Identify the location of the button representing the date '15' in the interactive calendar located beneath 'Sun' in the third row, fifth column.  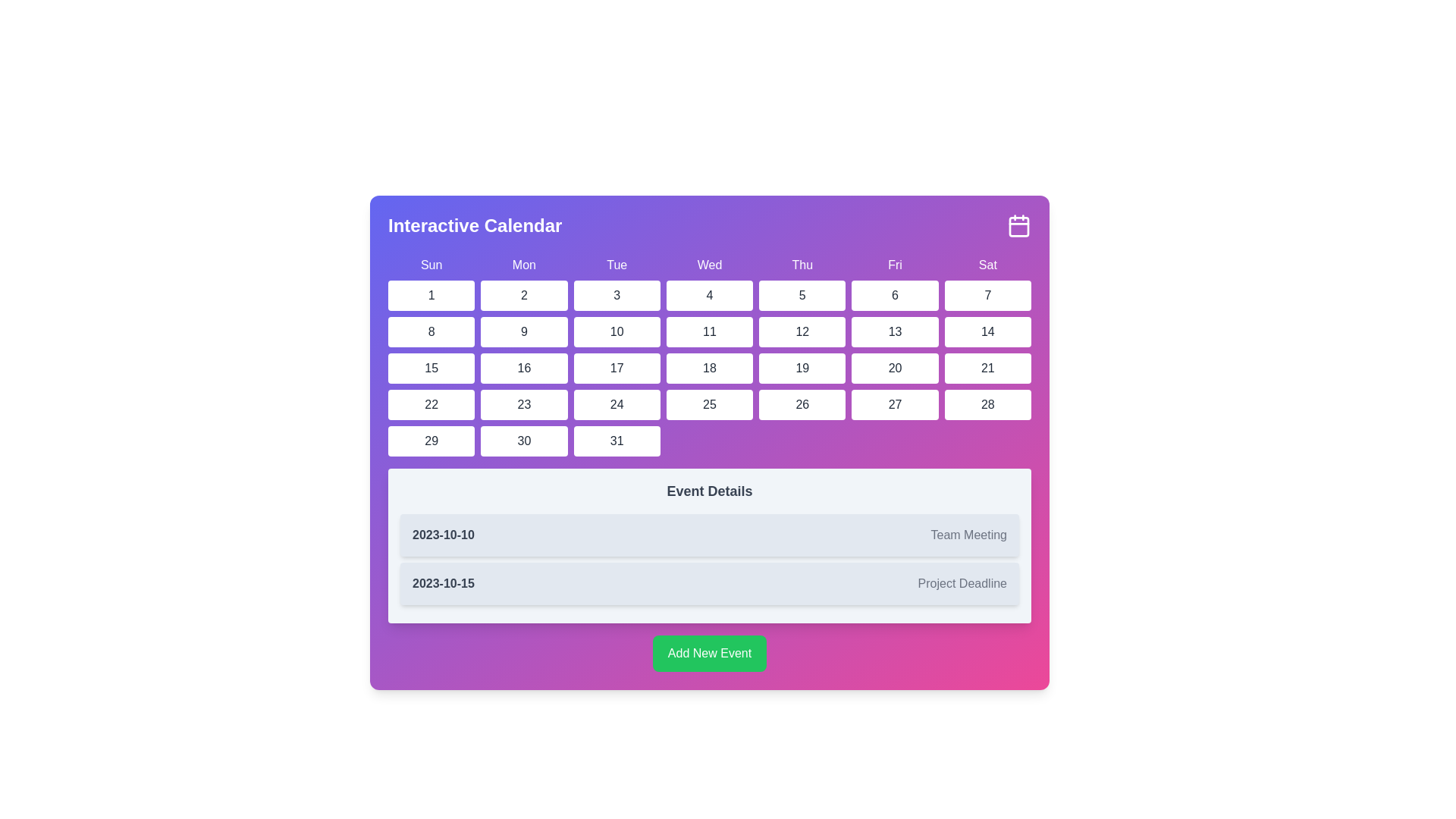
(431, 369).